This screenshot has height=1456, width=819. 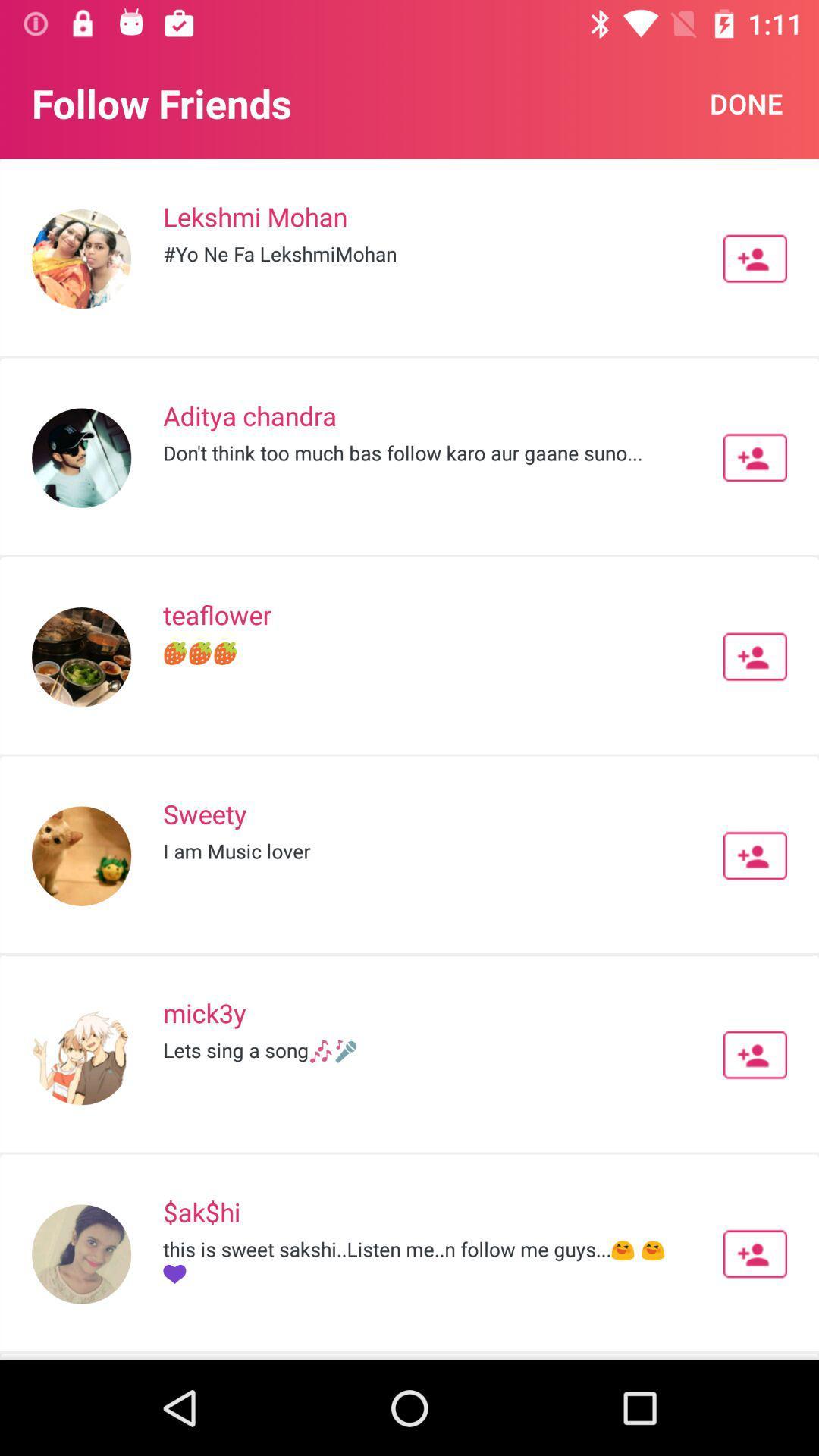 I want to click on friend, so click(x=755, y=657).